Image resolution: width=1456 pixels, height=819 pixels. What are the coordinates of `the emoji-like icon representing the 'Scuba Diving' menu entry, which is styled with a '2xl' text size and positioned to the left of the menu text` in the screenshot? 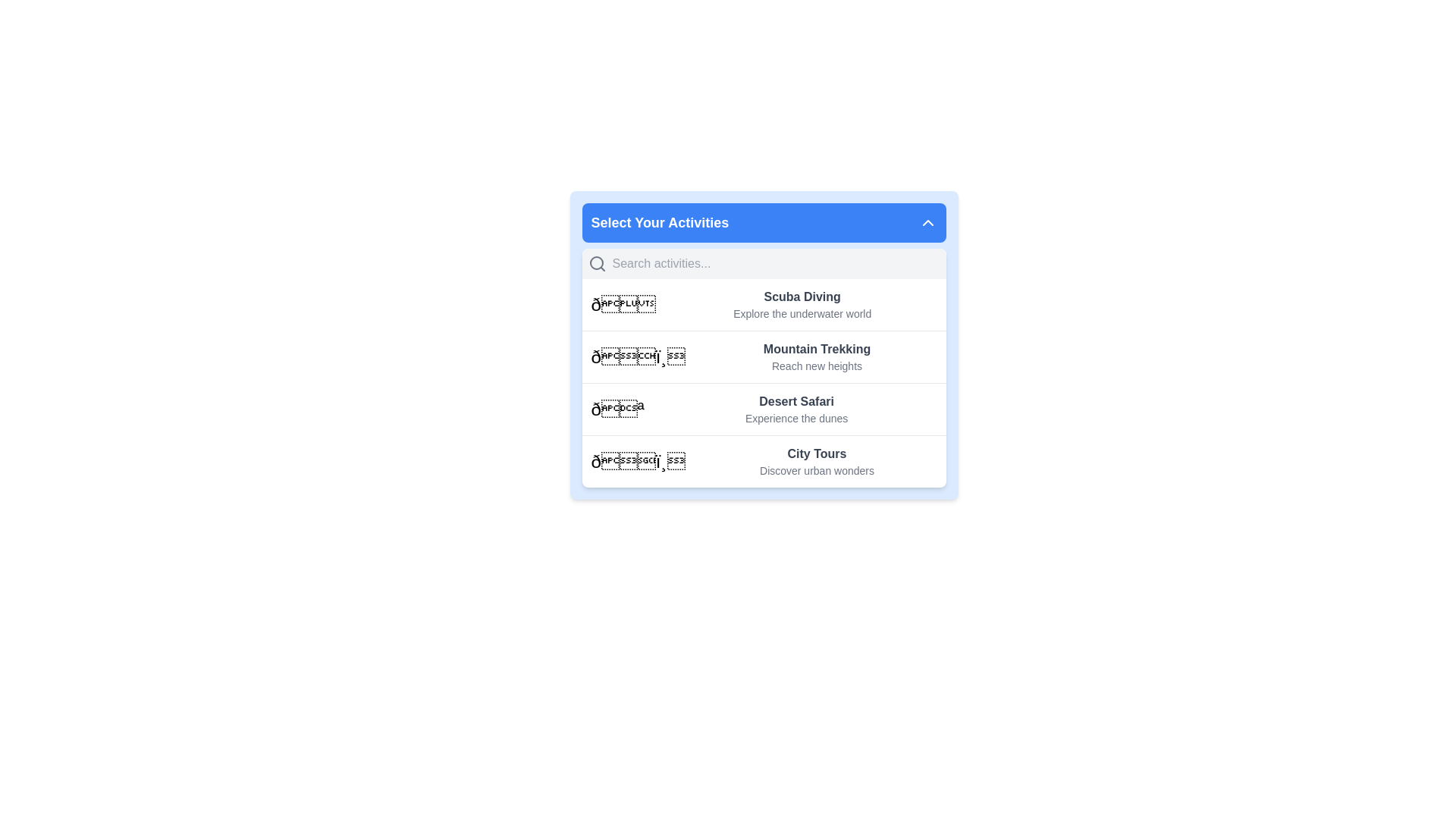 It's located at (623, 304).